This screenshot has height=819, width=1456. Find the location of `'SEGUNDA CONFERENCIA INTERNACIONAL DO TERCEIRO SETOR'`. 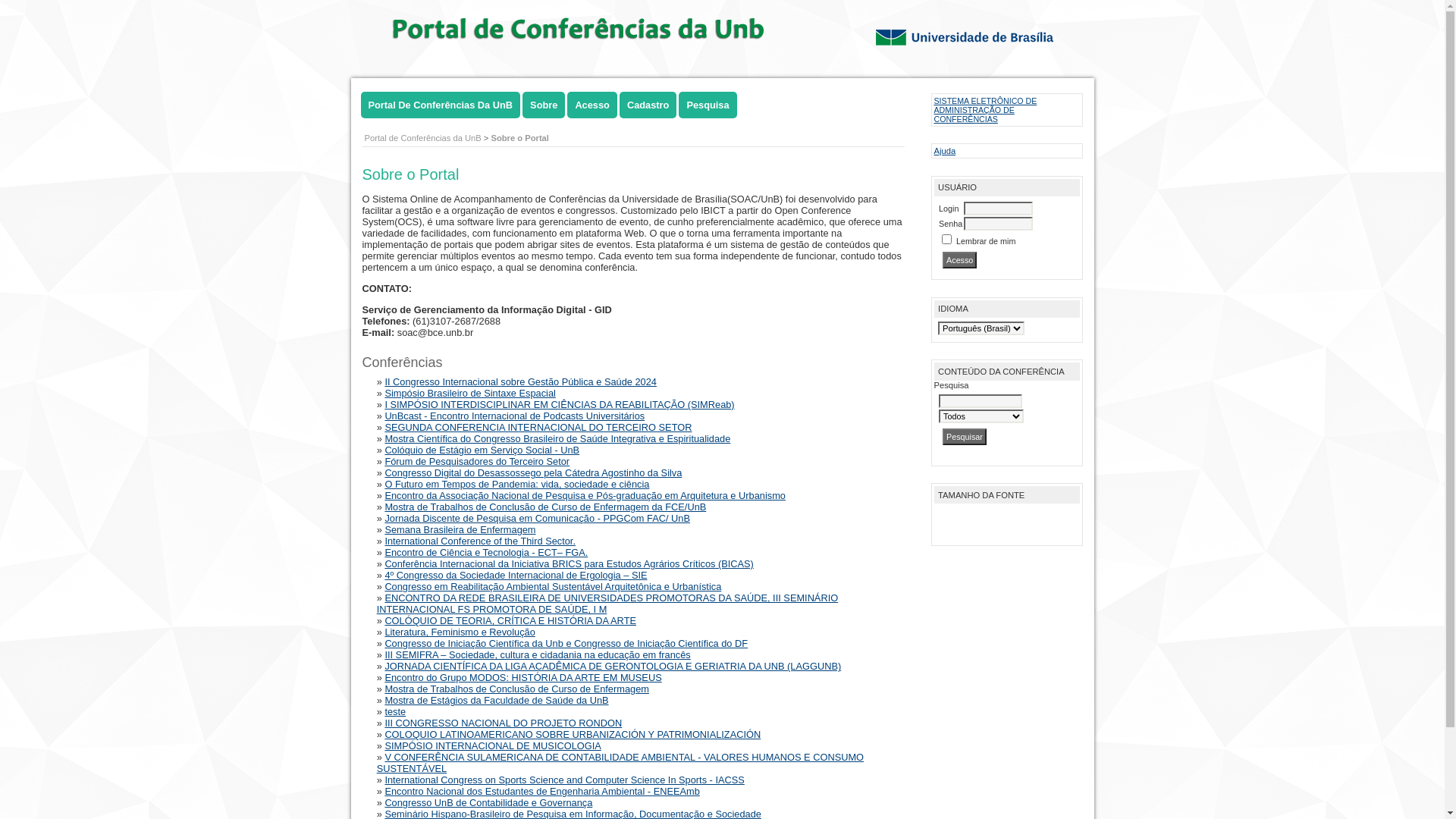

'SEGUNDA CONFERENCIA INTERNACIONAL DO TERCEIRO SETOR' is located at coordinates (538, 427).